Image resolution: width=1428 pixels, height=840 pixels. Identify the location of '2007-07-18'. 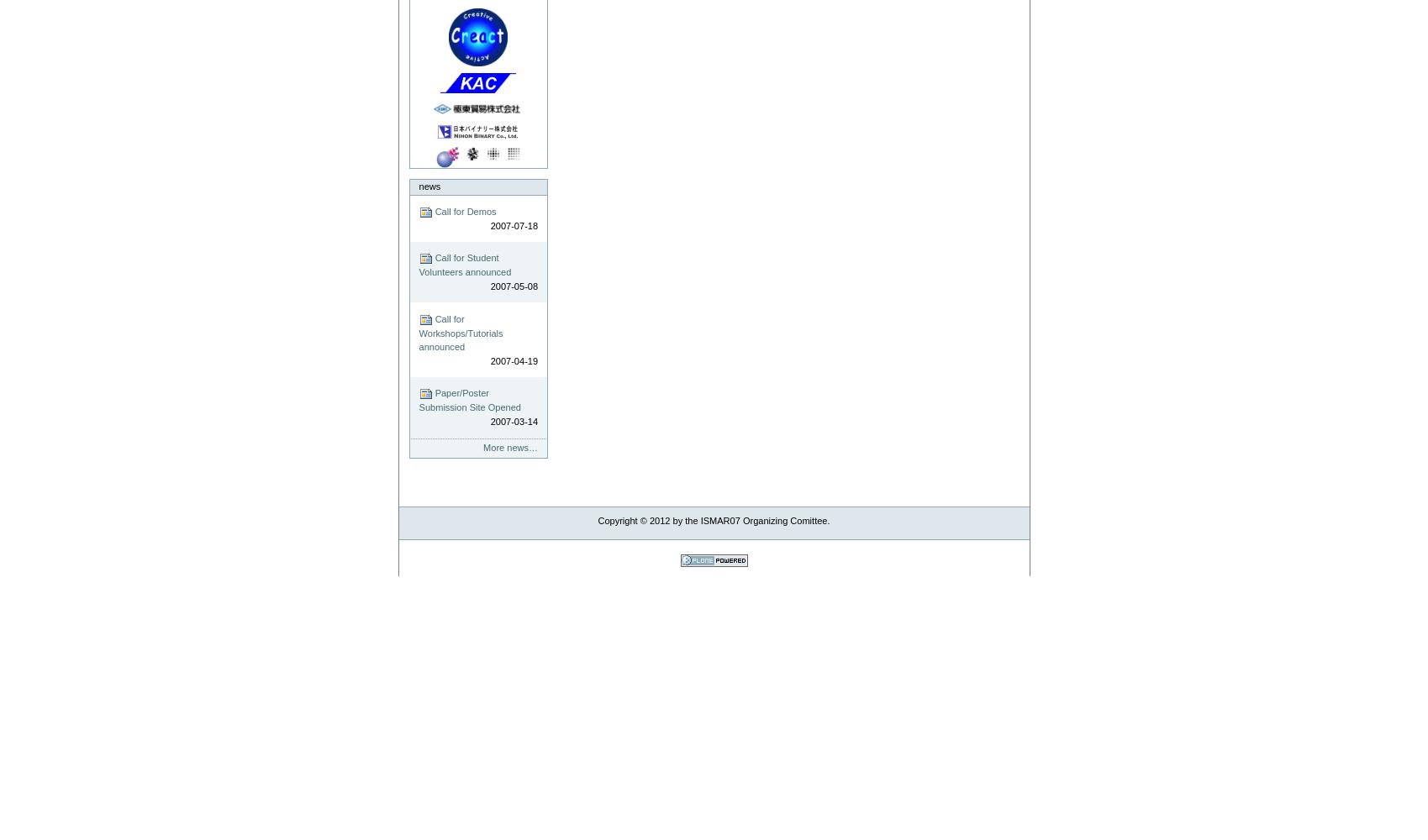
(514, 225).